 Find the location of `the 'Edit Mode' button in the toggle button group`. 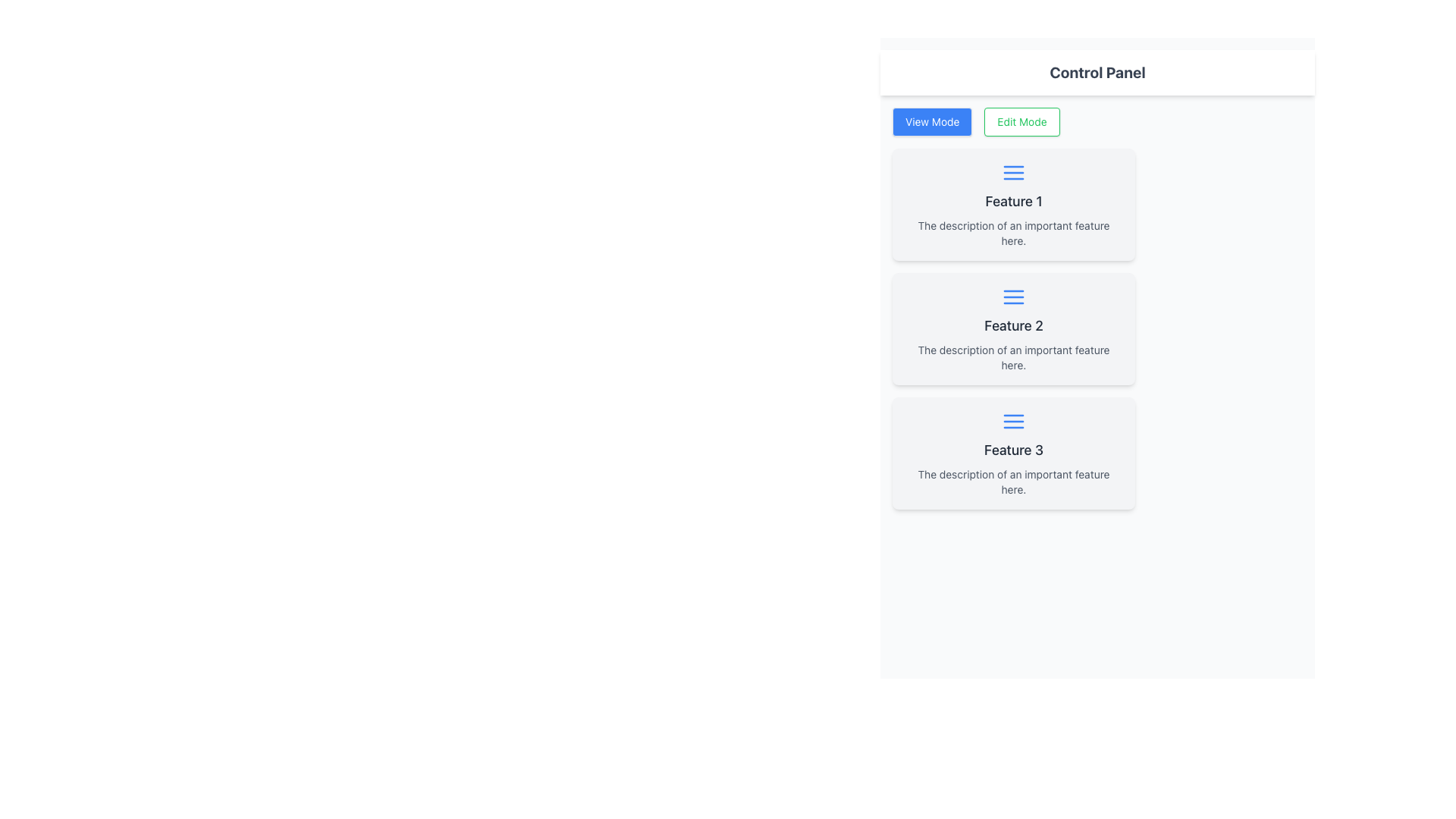

the 'Edit Mode' button in the toggle button group is located at coordinates (1097, 121).